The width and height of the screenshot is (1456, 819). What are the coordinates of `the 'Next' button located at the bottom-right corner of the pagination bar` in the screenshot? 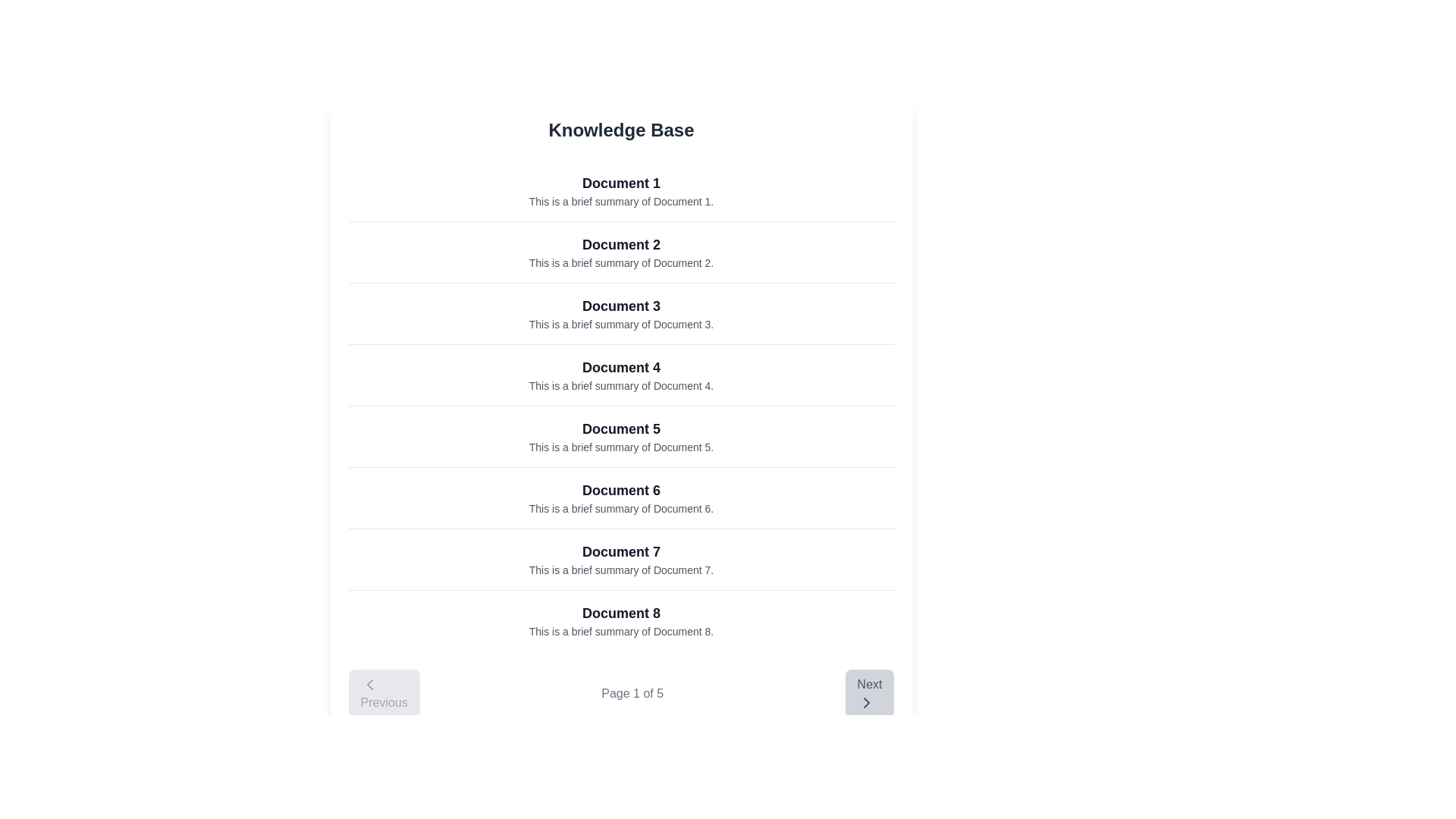 It's located at (870, 693).